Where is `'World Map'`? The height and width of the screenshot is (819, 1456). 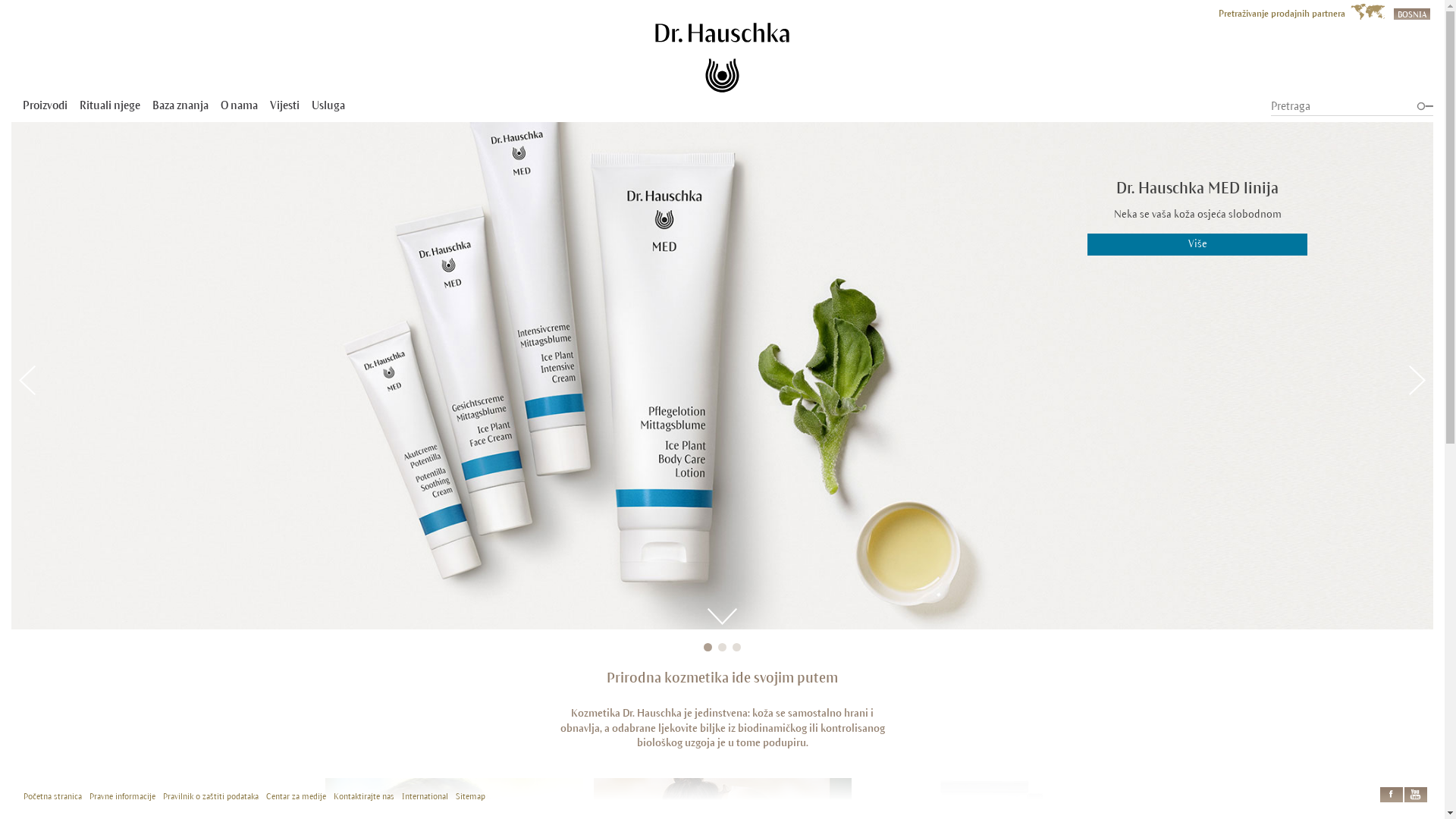 'World Map' is located at coordinates (1367, 11).